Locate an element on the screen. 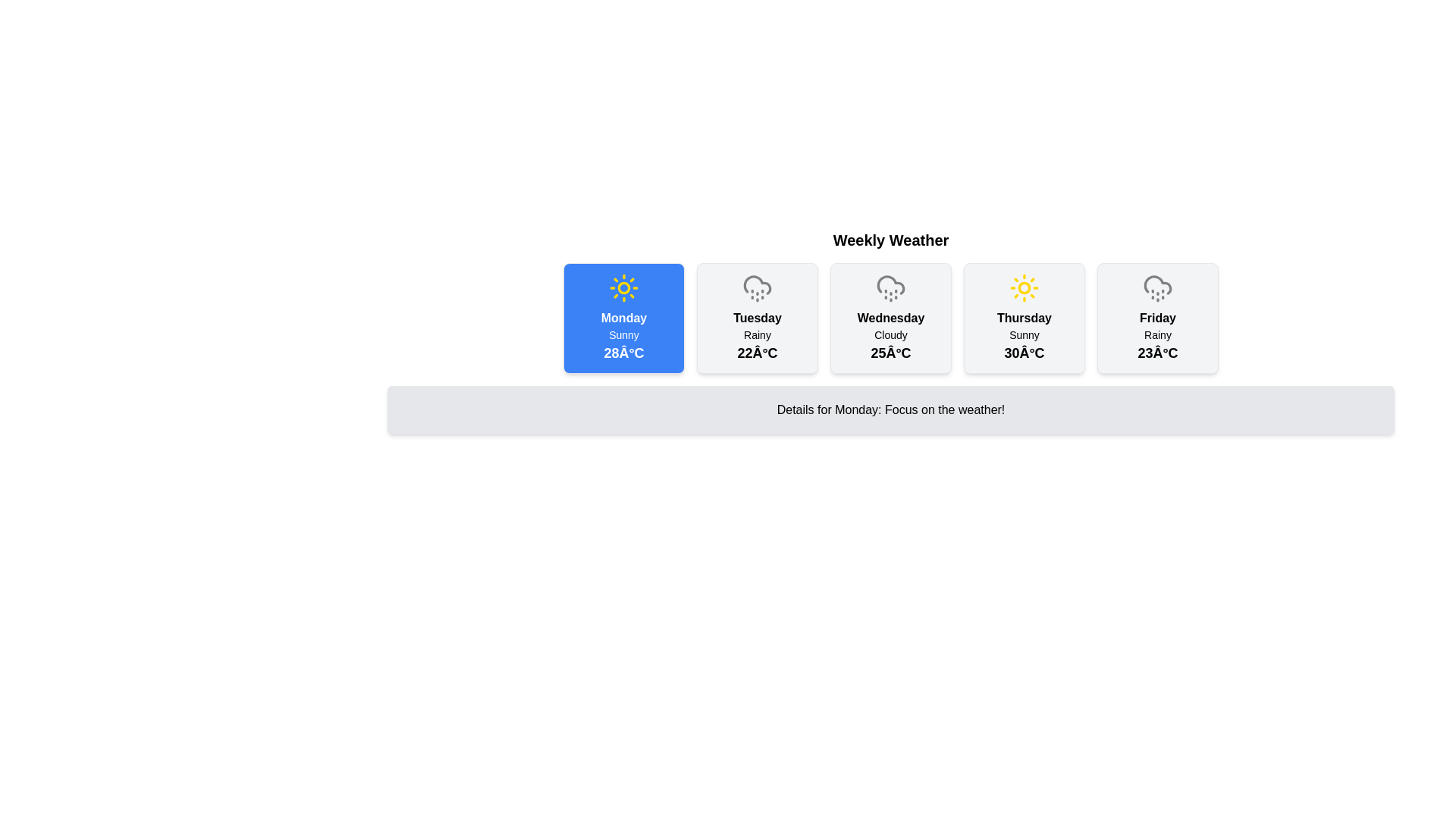  the sunny weather icon for Thursday located in the top row of the weather forecast widget is located at coordinates (1024, 288).